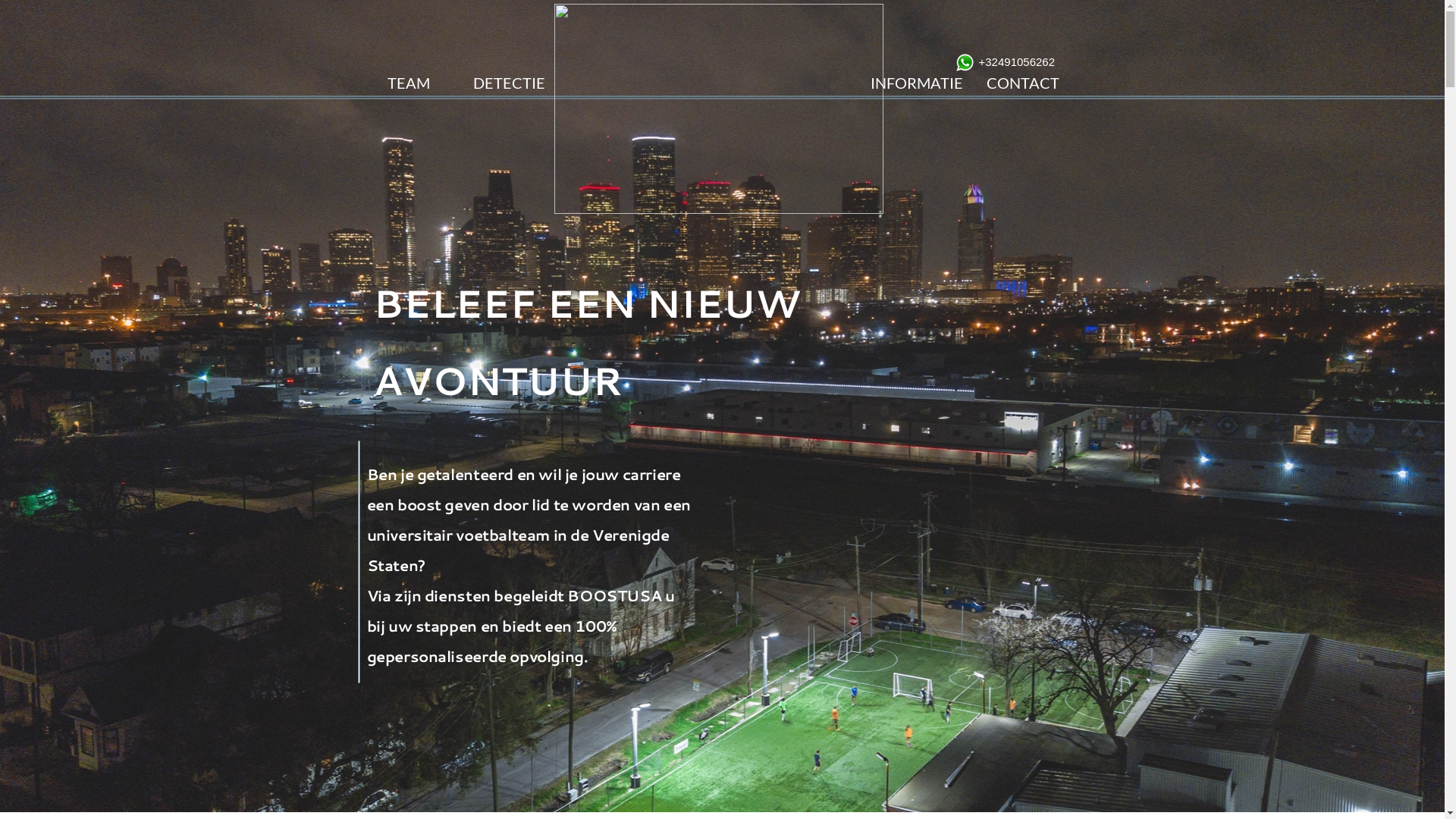  Describe the element at coordinates (978, 61) in the screenshot. I see `'+32491056262'` at that location.